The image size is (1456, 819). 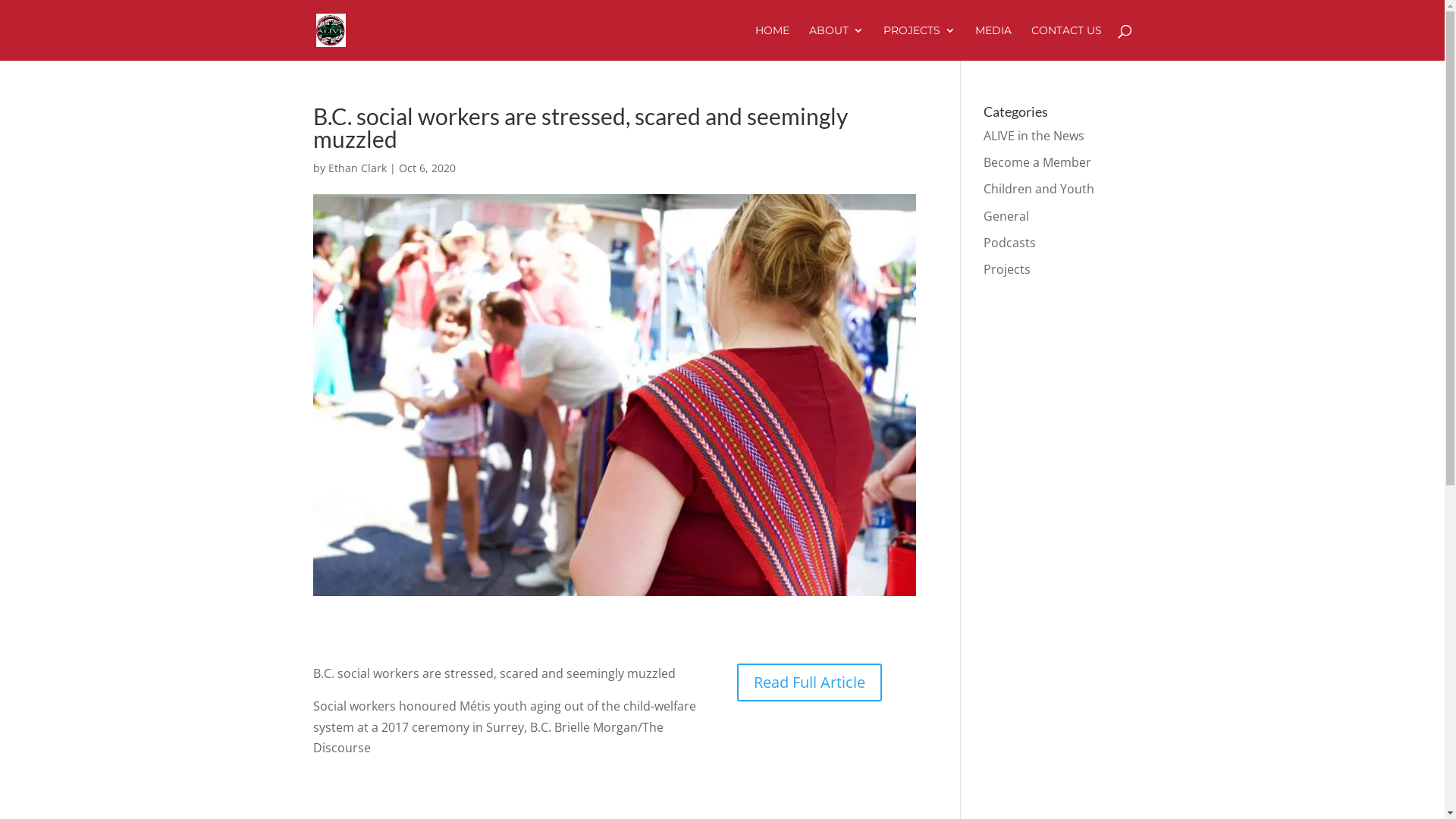 I want to click on 'ALIVE in the News', so click(x=1033, y=134).